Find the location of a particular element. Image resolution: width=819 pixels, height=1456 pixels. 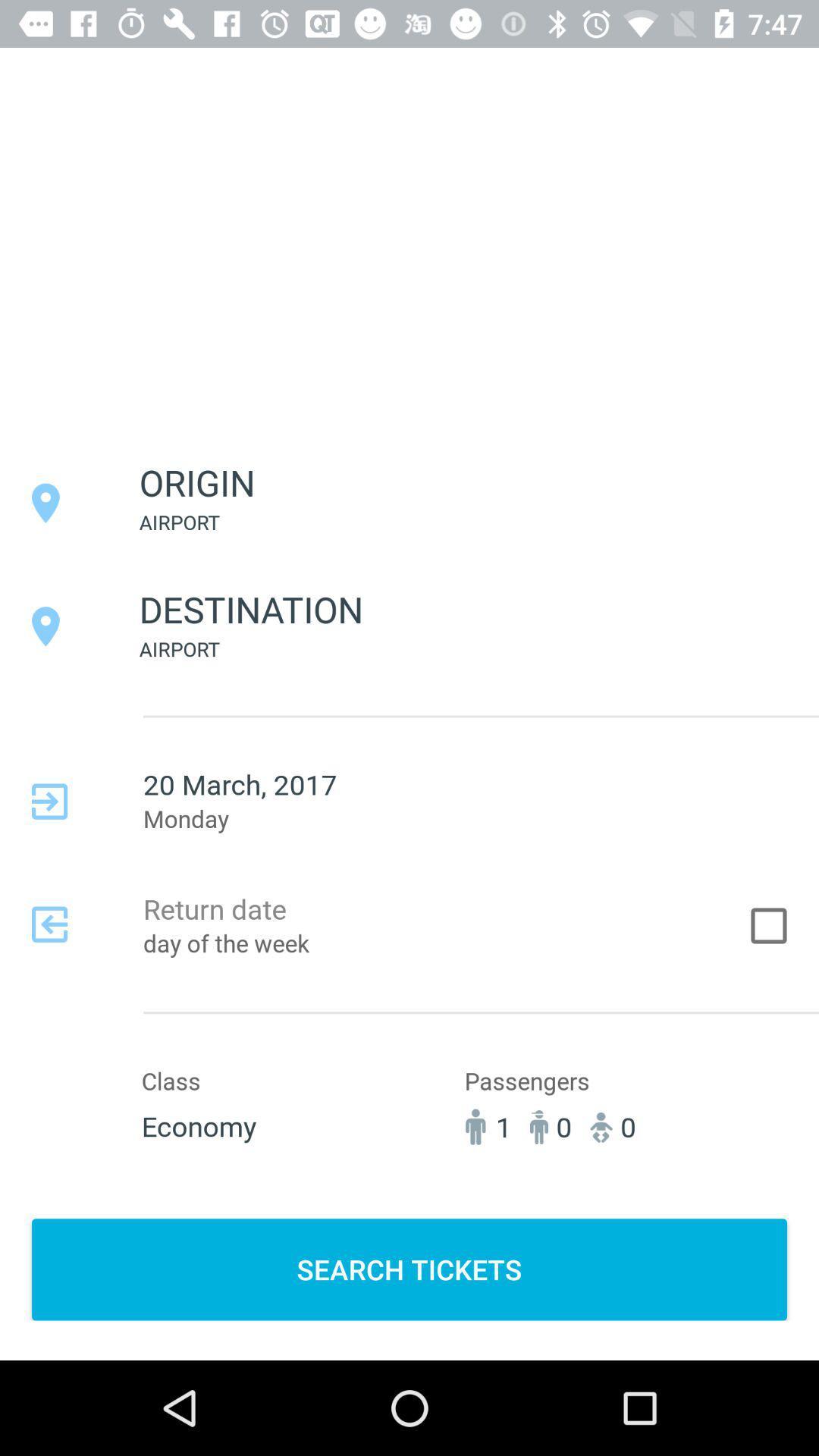

search tickets item is located at coordinates (409, 1269).